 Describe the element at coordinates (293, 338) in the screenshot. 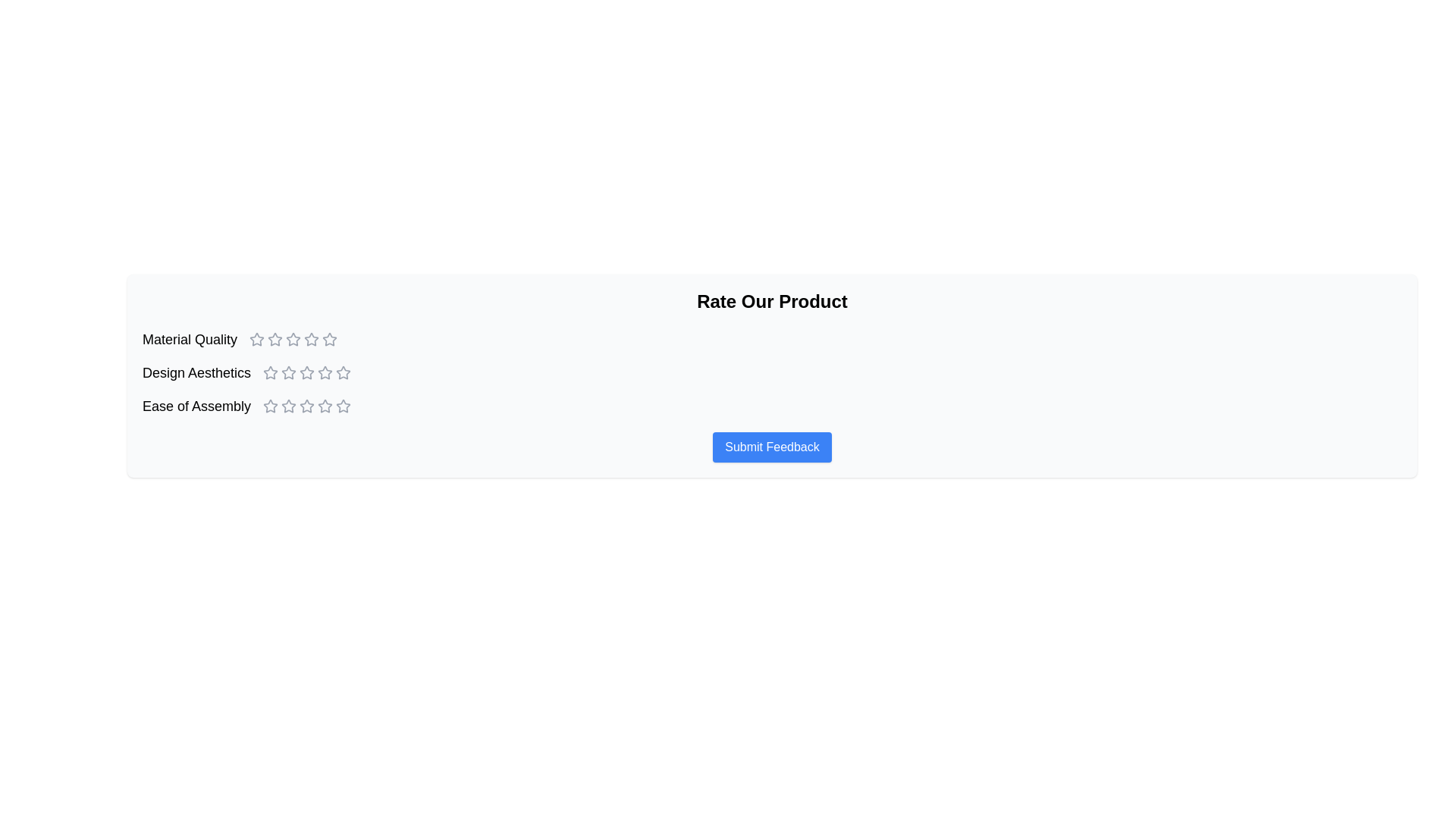

I see `the second star icon` at that location.